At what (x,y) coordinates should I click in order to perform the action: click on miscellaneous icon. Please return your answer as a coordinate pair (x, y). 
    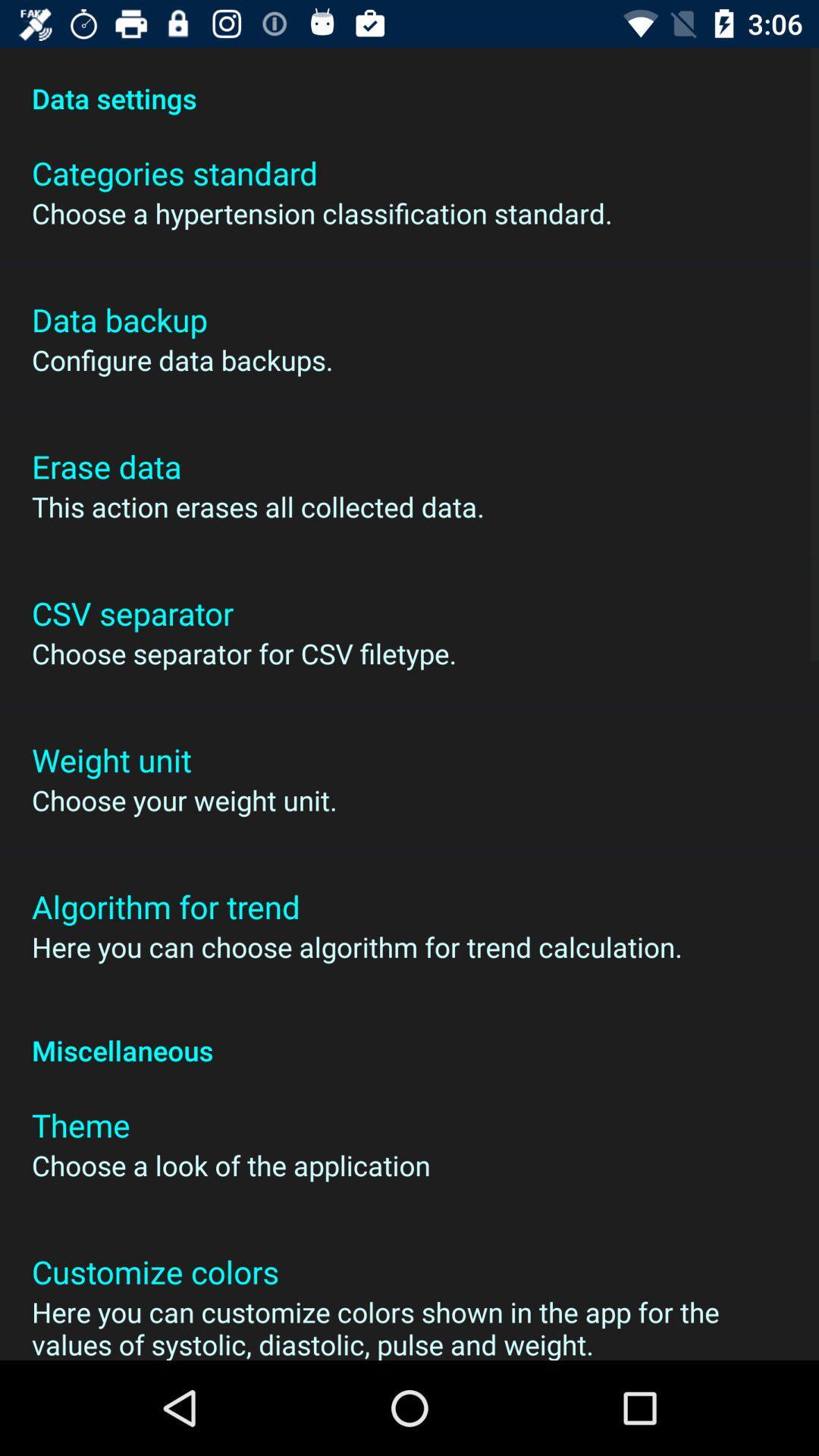
    Looking at the image, I should click on (409, 1034).